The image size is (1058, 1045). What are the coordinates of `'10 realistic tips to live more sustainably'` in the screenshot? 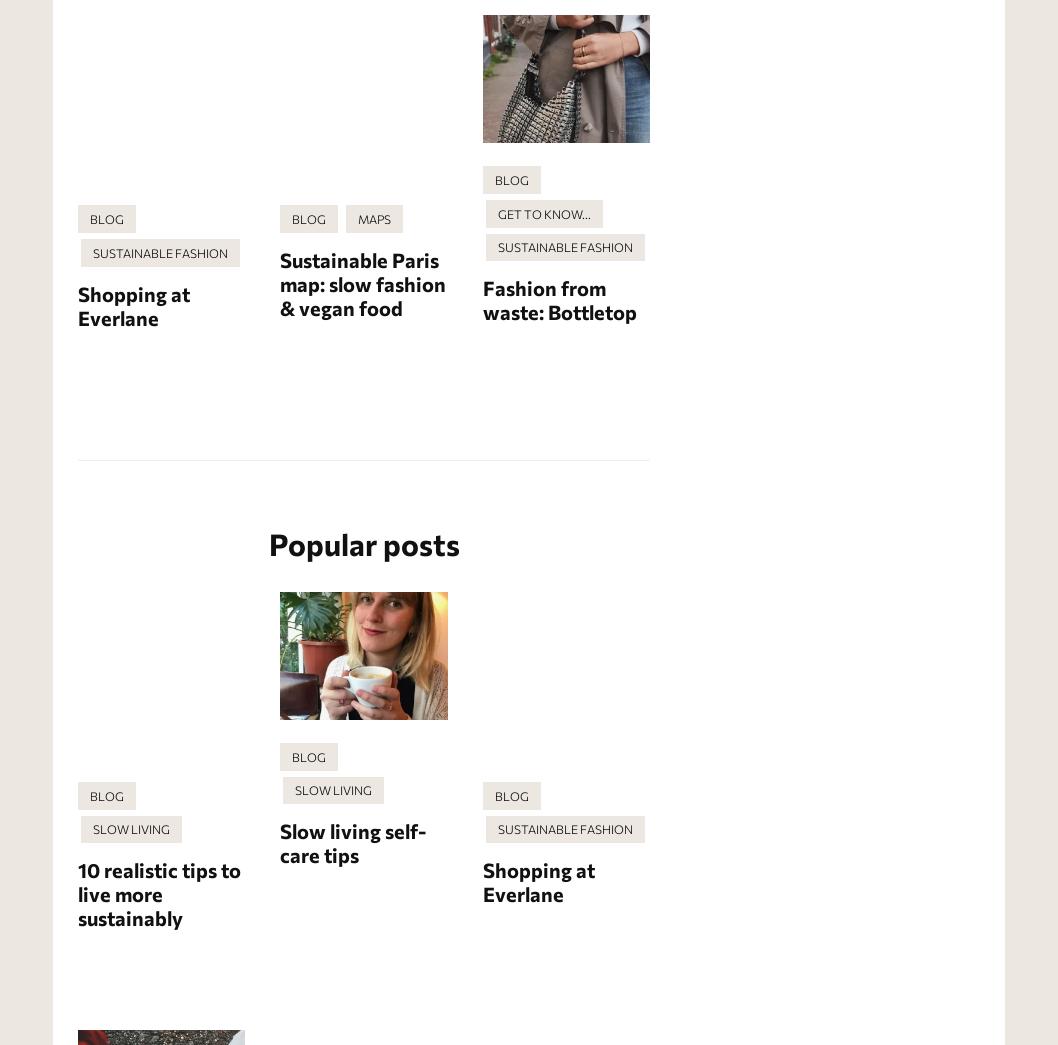 It's located at (157, 893).